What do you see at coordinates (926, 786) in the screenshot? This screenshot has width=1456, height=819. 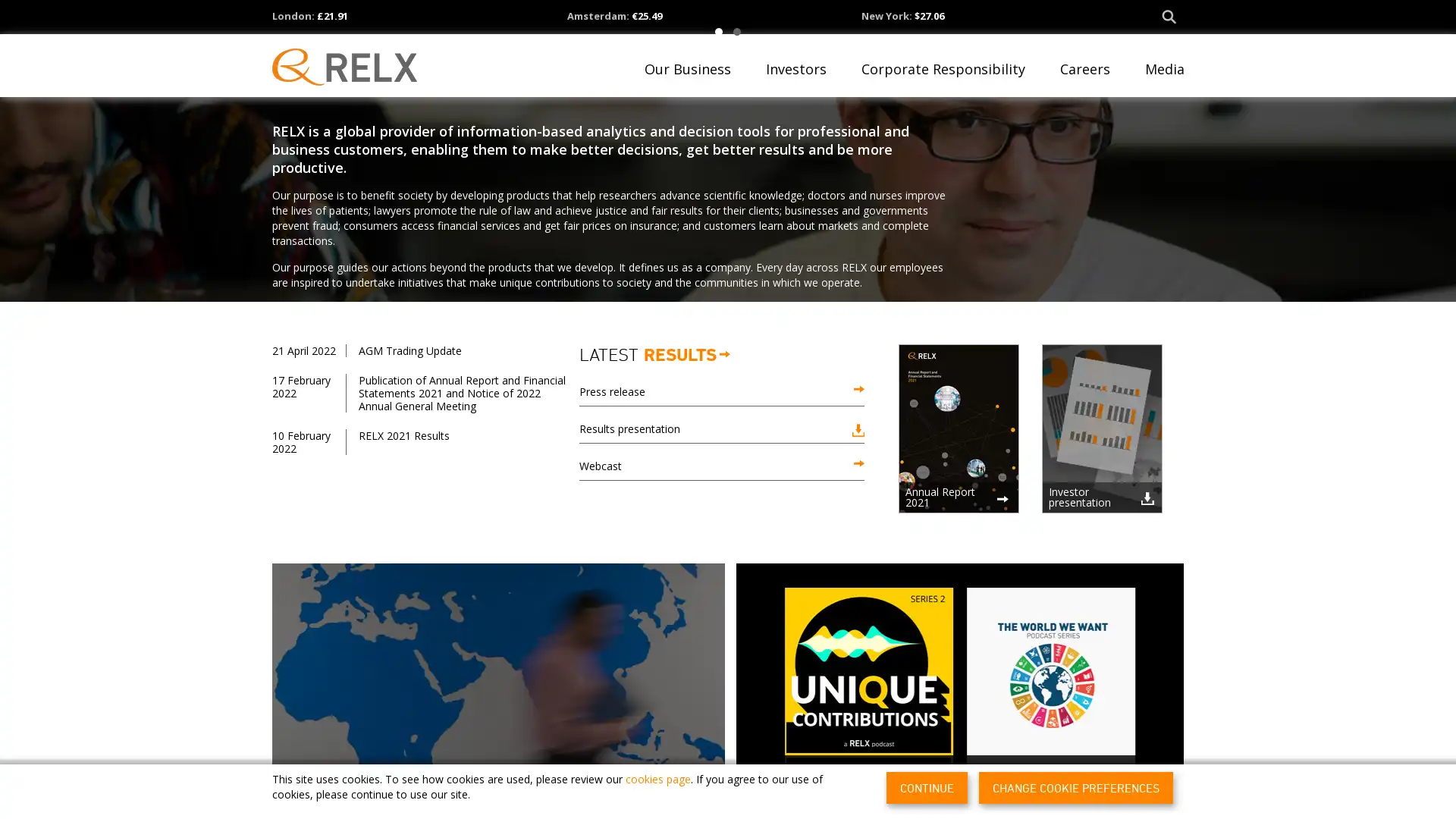 I see `CONTINUE` at bounding box center [926, 786].